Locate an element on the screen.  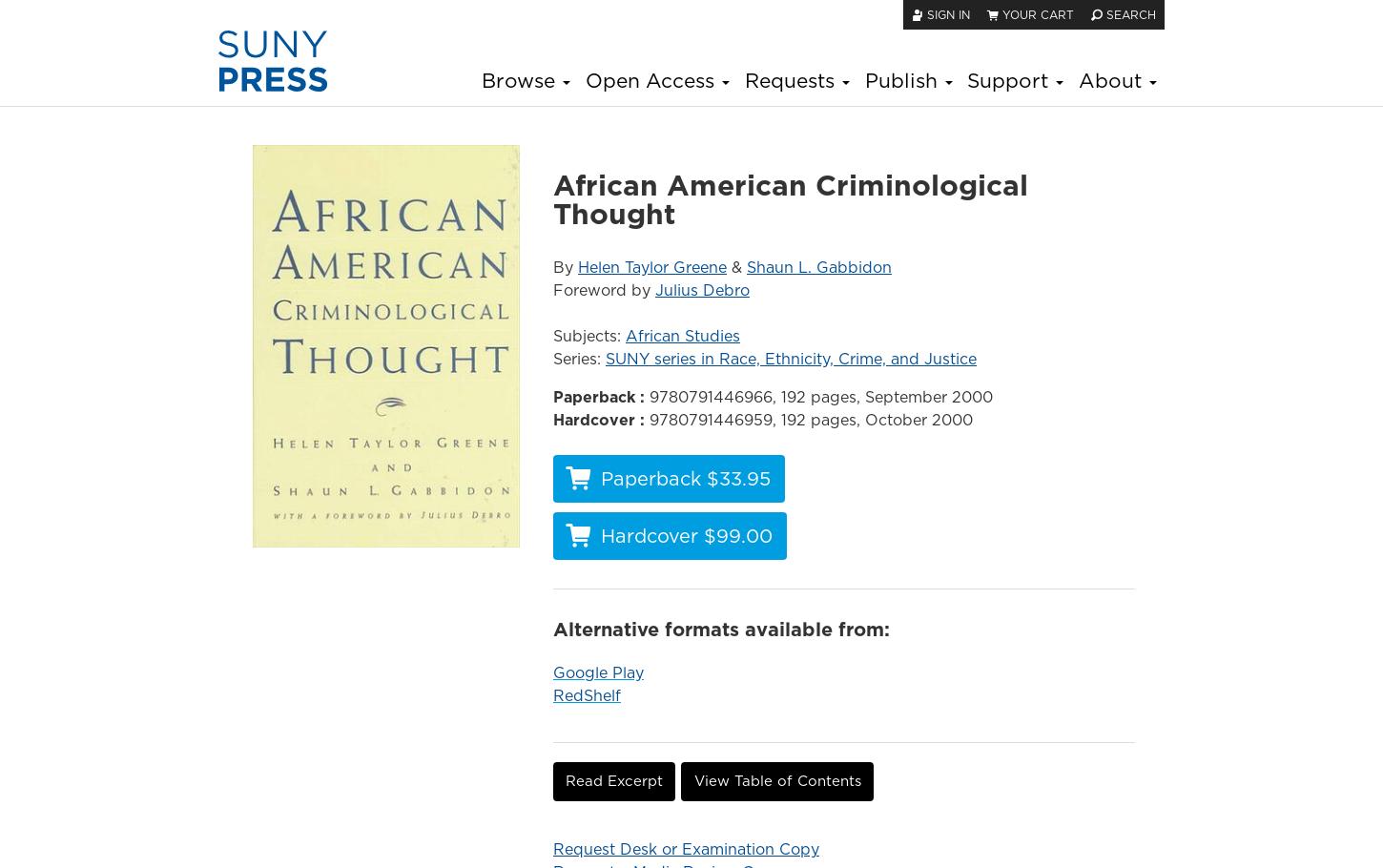
'Hardcover
                                                                        $99.00' is located at coordinates (685, 535).